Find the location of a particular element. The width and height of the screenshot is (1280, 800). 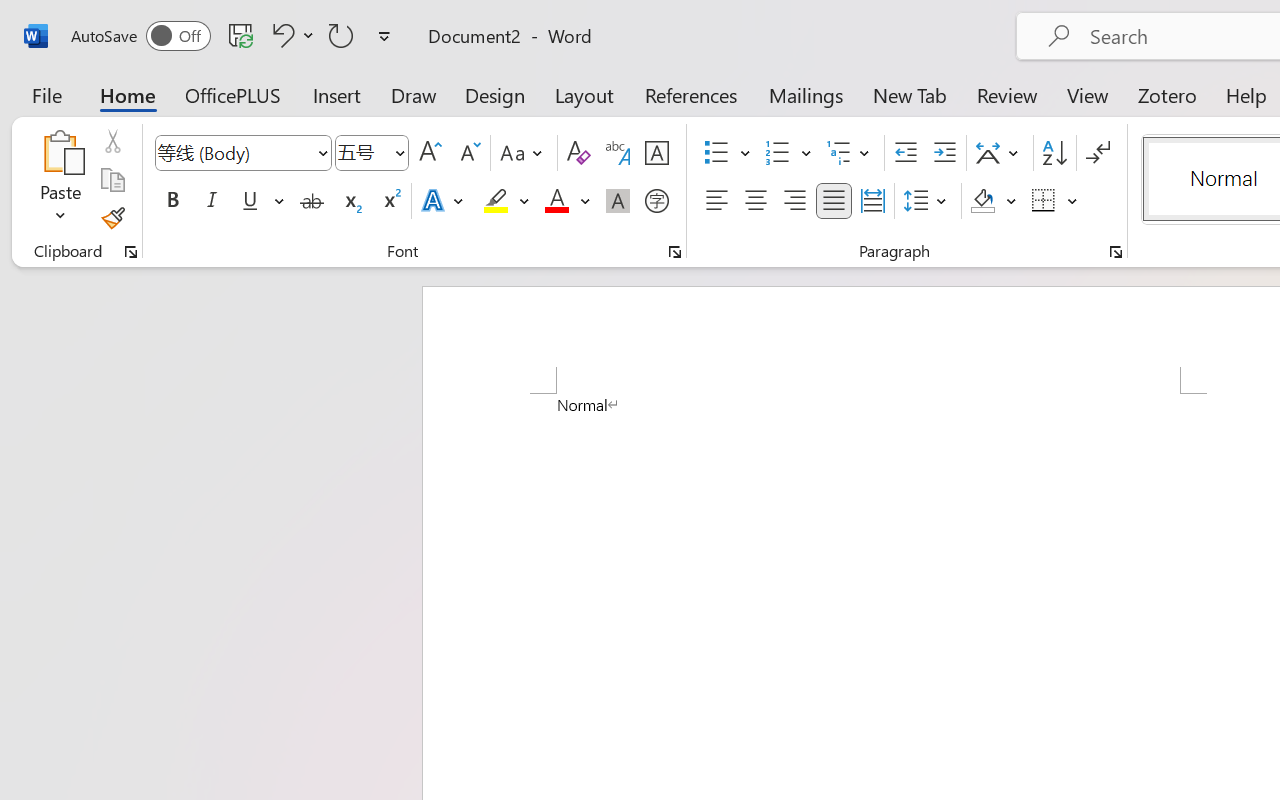

'Font Size' is located at coordinates (362, 152).